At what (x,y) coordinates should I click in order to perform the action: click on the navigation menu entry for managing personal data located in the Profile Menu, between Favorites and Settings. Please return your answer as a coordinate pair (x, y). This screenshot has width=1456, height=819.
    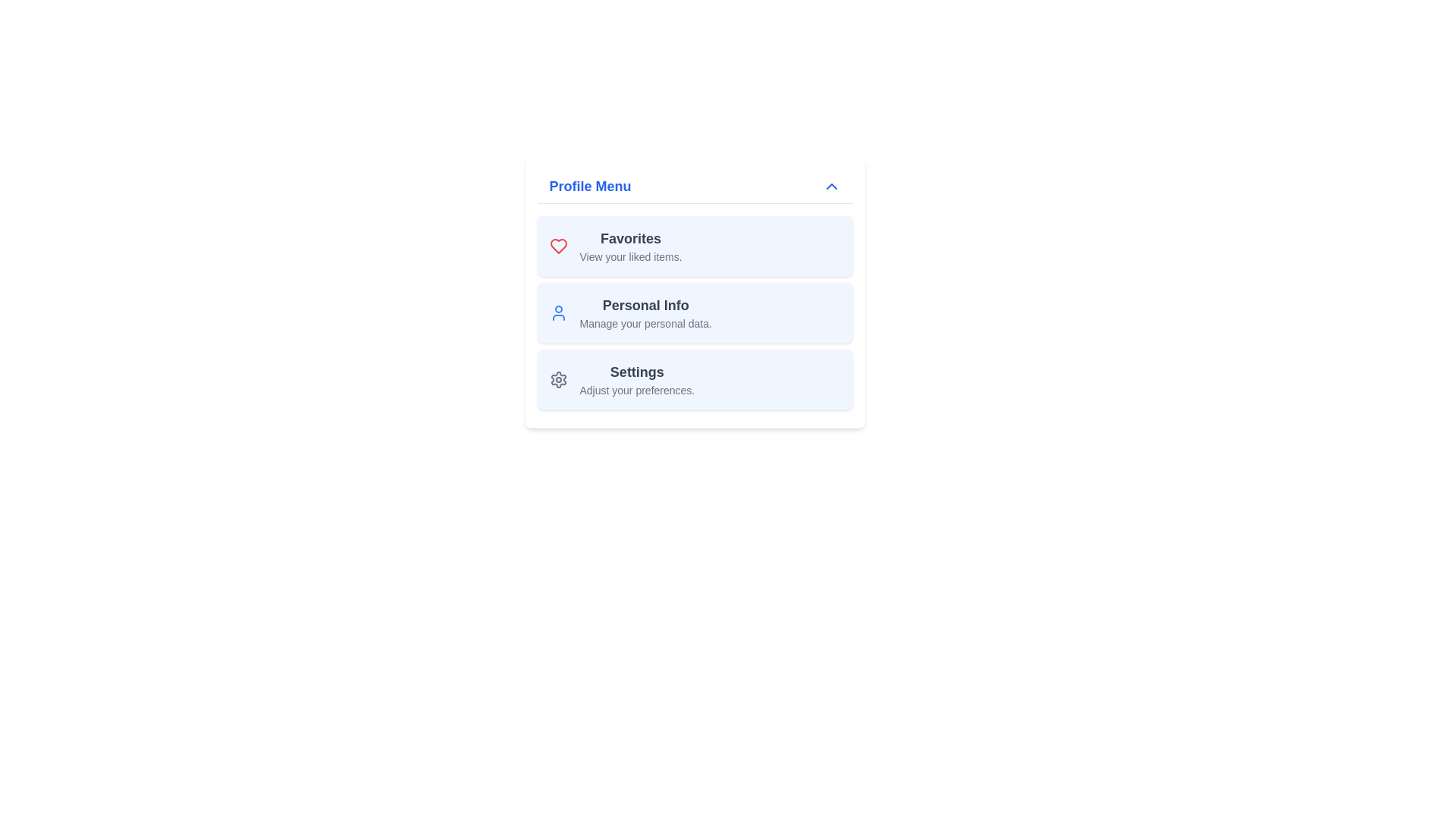
    Looking at the image, I should click on (645, 312).